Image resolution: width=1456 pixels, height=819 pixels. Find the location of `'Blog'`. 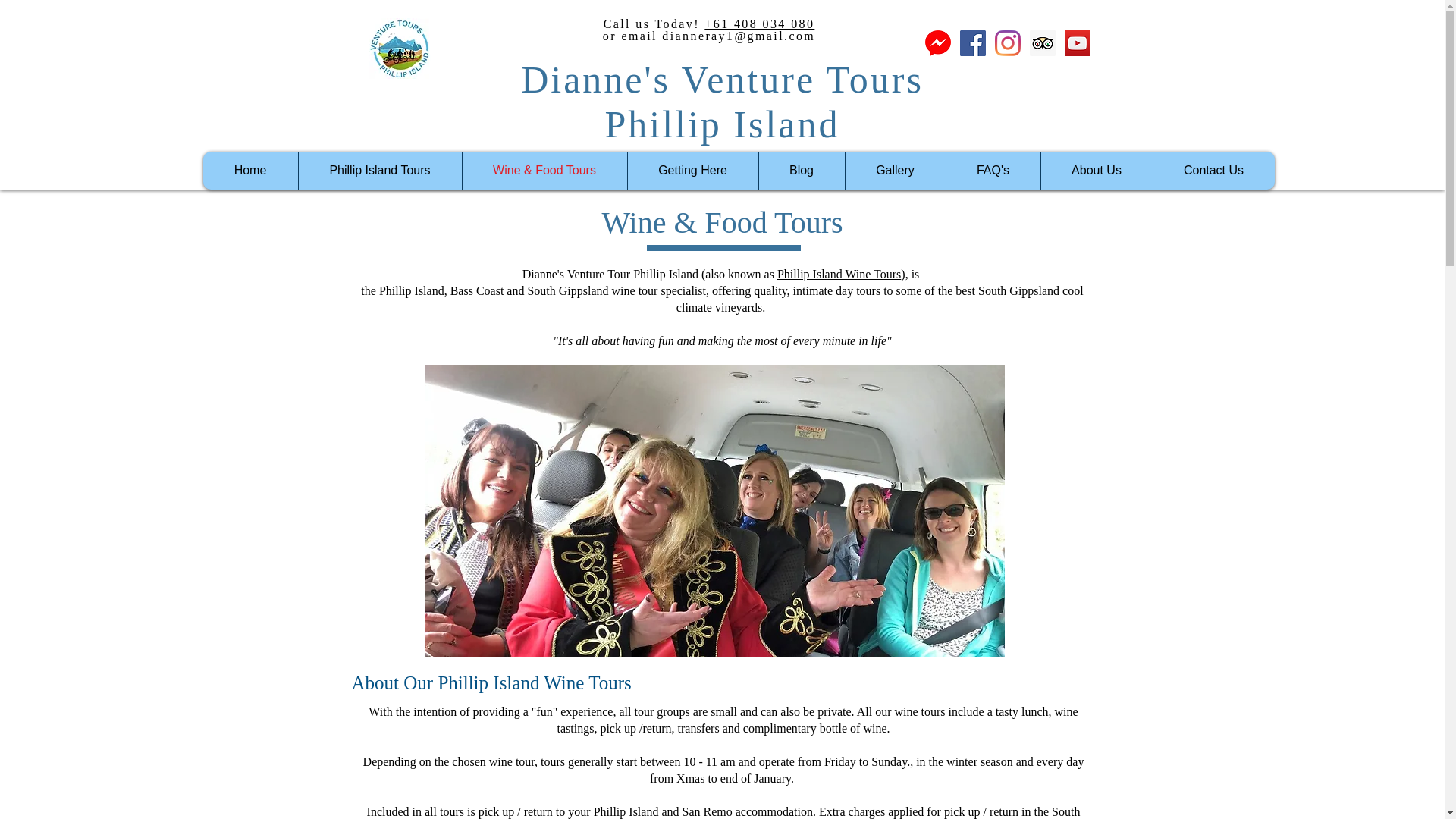

'Blog' is located at coordinates (800, 170).